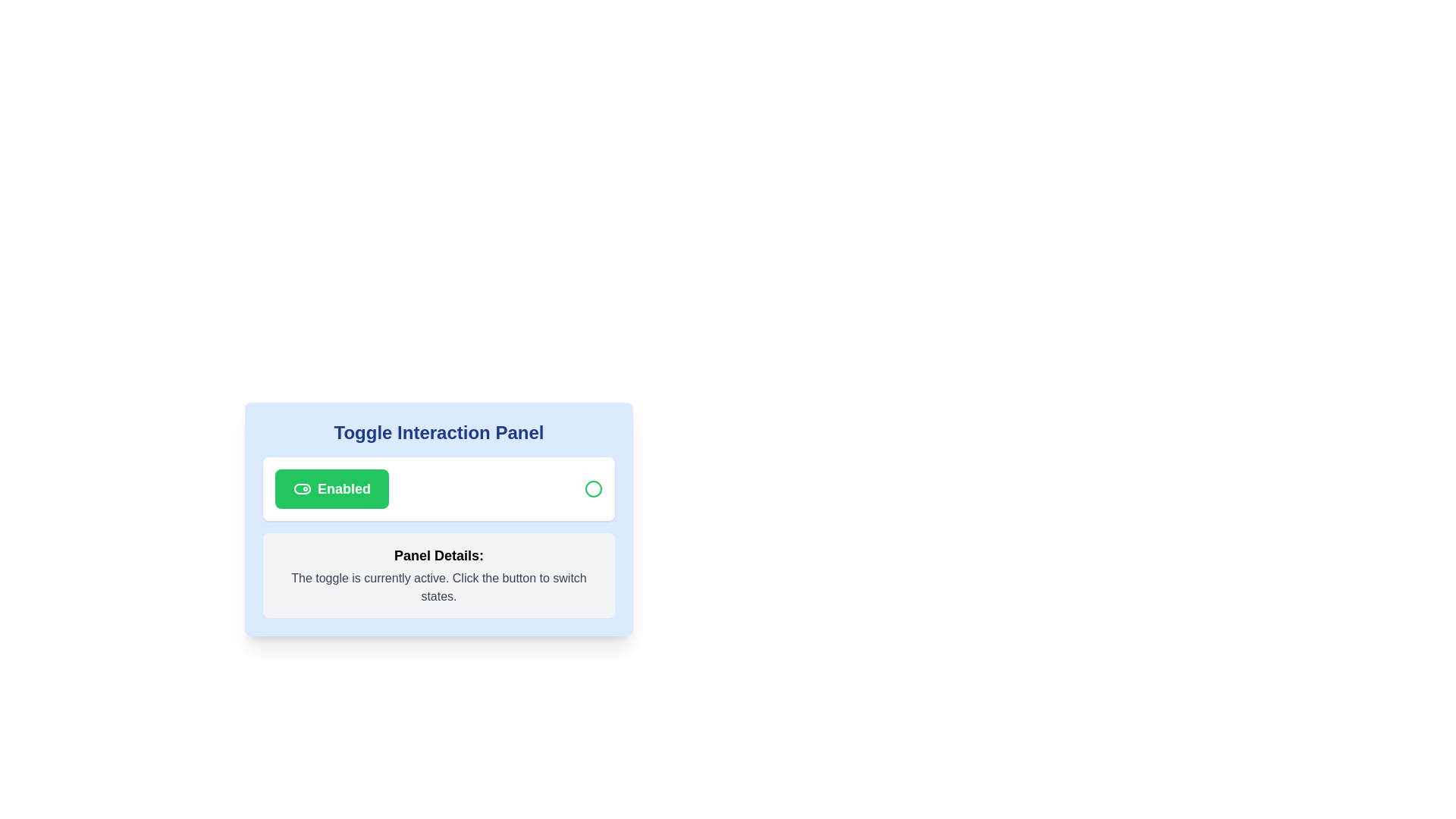 The image size is (1456, 819). Describe the element at coordinates (438, 576) in the screenshot. I see `the Text panel located at the bottom of the 'Toggle Interaction Panel', which provides instructions or descriptions related to the toggle state` at that location.